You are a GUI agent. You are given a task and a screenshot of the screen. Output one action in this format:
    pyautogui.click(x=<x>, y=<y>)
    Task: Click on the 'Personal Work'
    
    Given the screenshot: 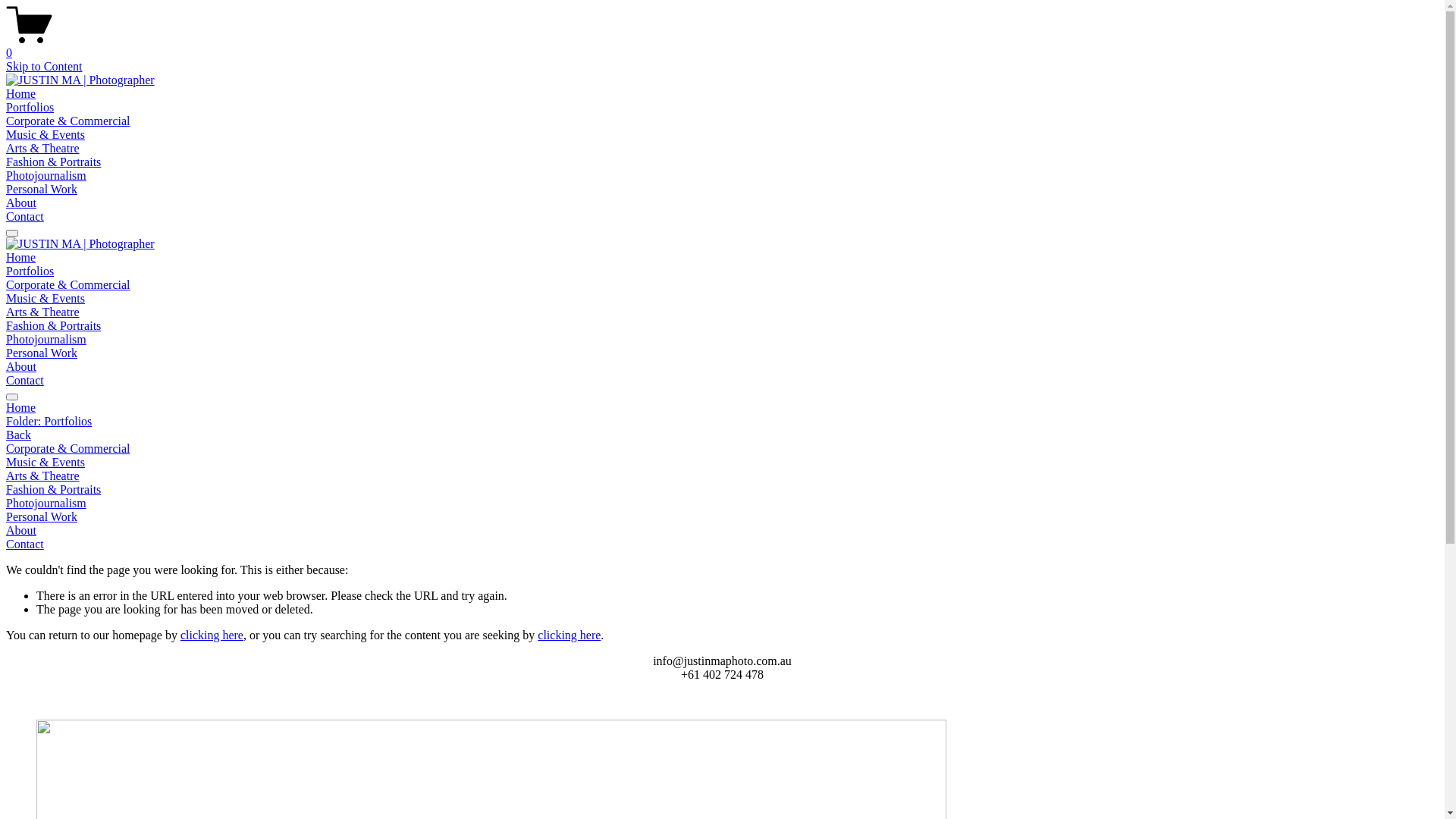 What is the action you would take?
    pyautogui.click(x=41, y=188)
    